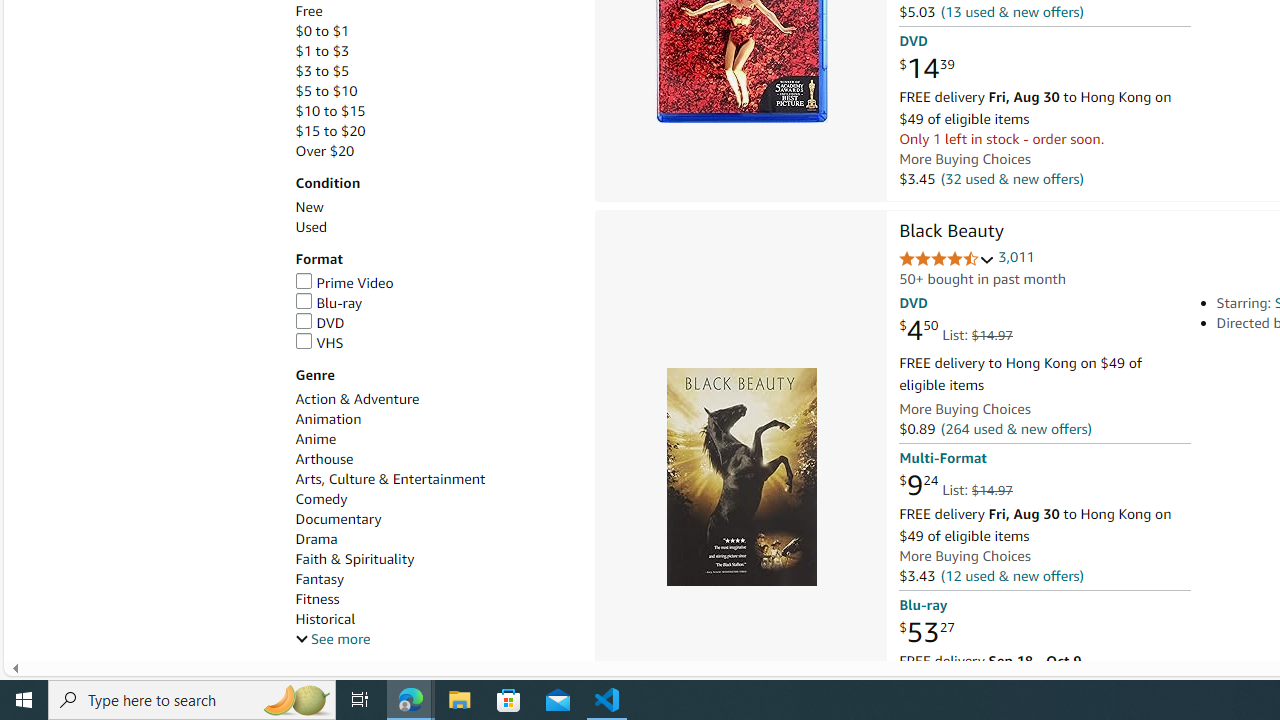 The height and width of the screenshot is (720, 1280). What do you see at coordinates (433, 399) in the screenshot?
I see `'Action & Adventure'` at bounding box center [433, 399].